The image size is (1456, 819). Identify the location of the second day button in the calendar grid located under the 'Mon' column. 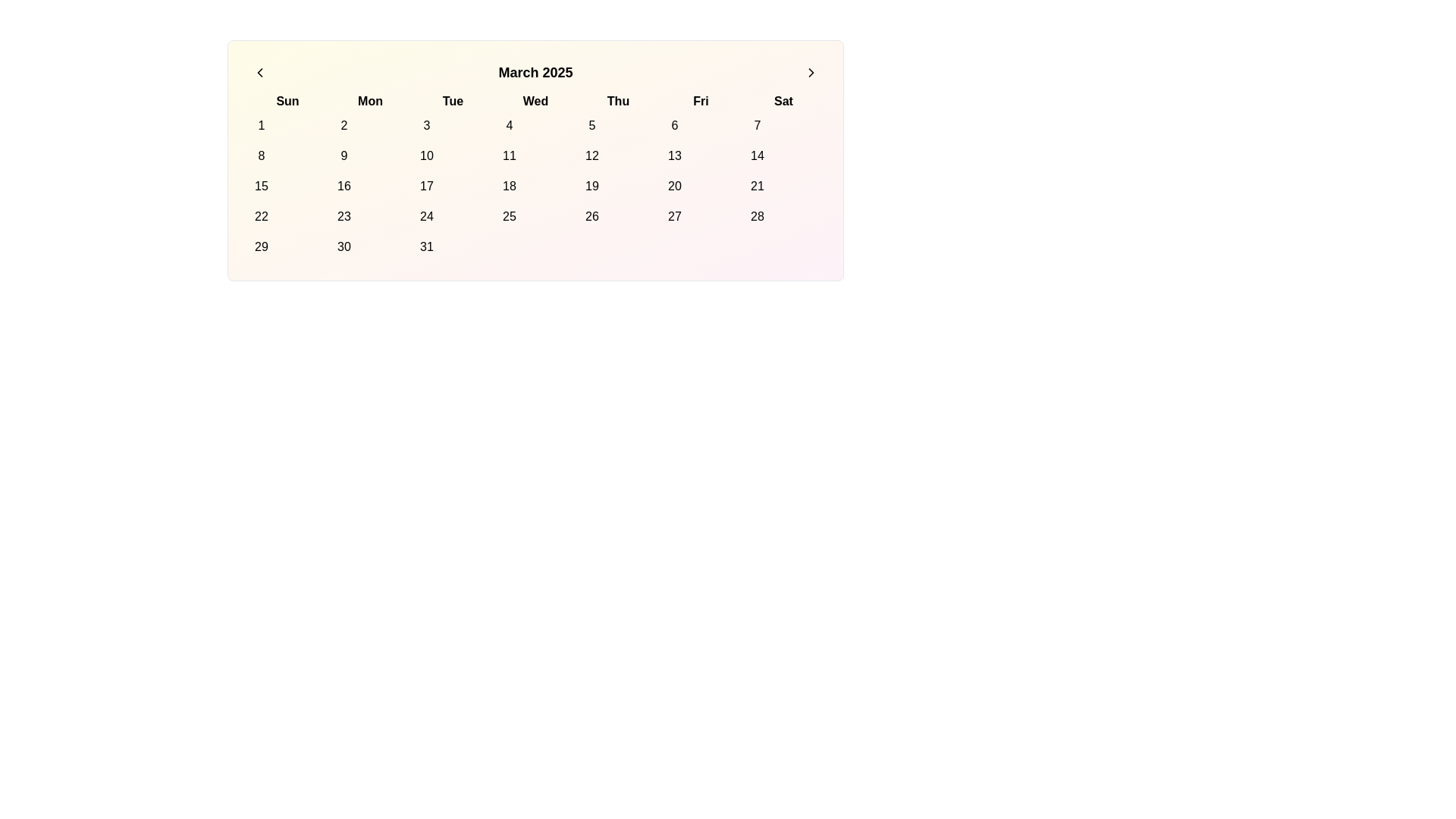
(344, 124).